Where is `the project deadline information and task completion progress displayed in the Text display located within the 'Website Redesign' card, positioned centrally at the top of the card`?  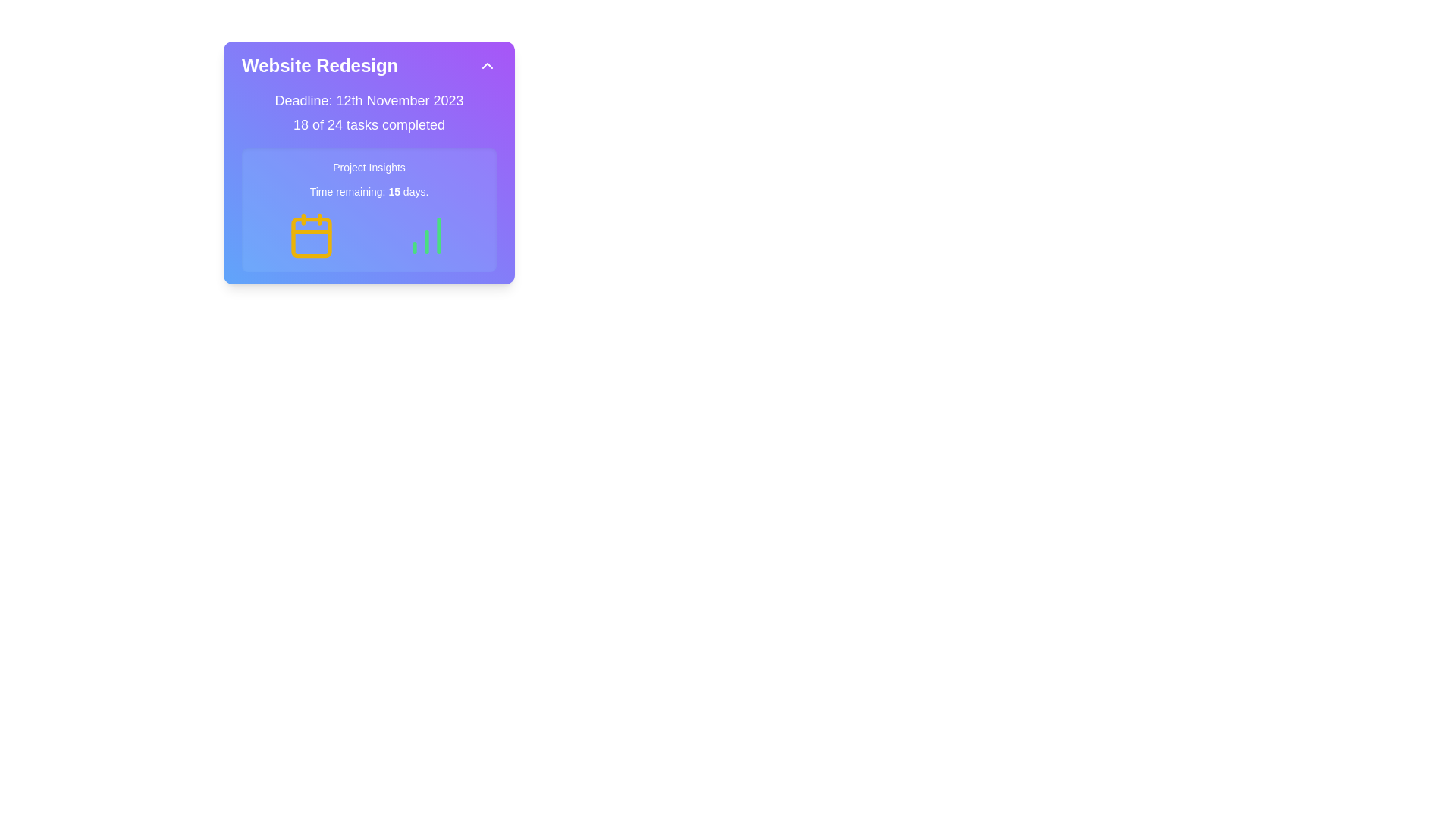 the project deadline information and task completion progress displayed in the Text display located within the 'Website Redesign' card, positioned centrally at the top of the card is located at coordinates (369, 112).